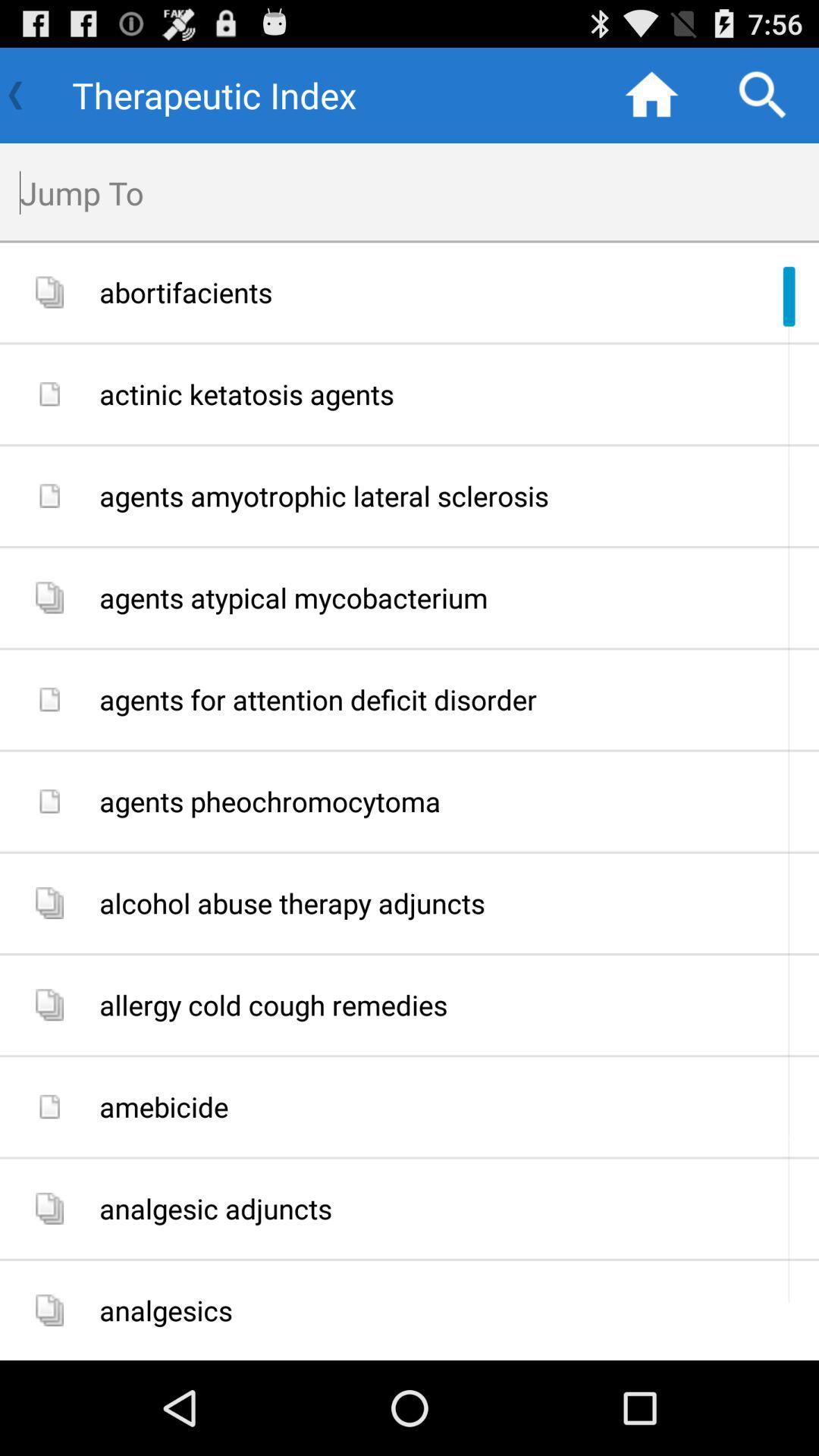 This screenshot has height=1456, width=819. I want to click on jump to, so click(419, 192).